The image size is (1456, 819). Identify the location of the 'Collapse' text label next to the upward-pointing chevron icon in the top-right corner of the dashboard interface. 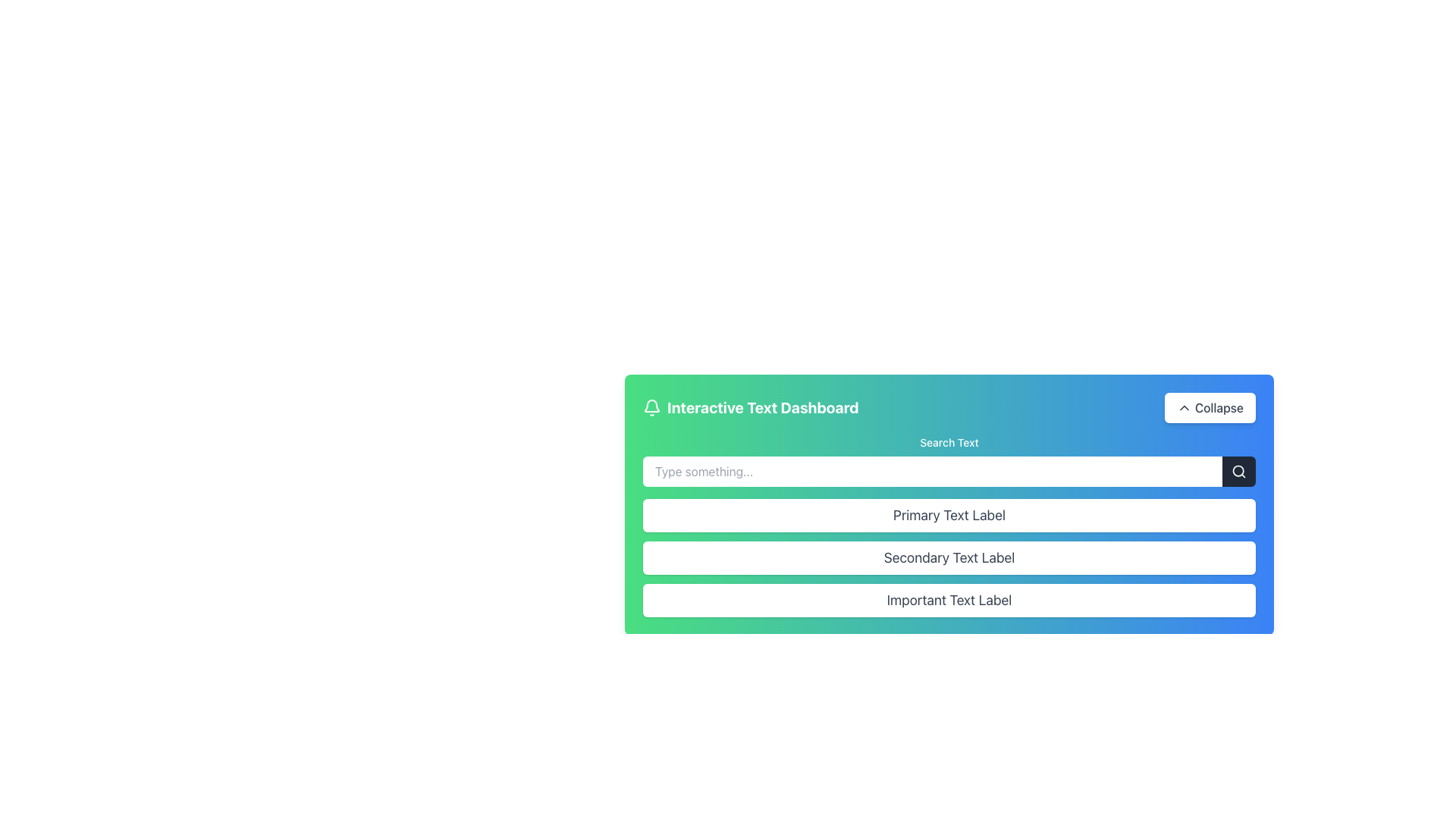
(1219, 406).